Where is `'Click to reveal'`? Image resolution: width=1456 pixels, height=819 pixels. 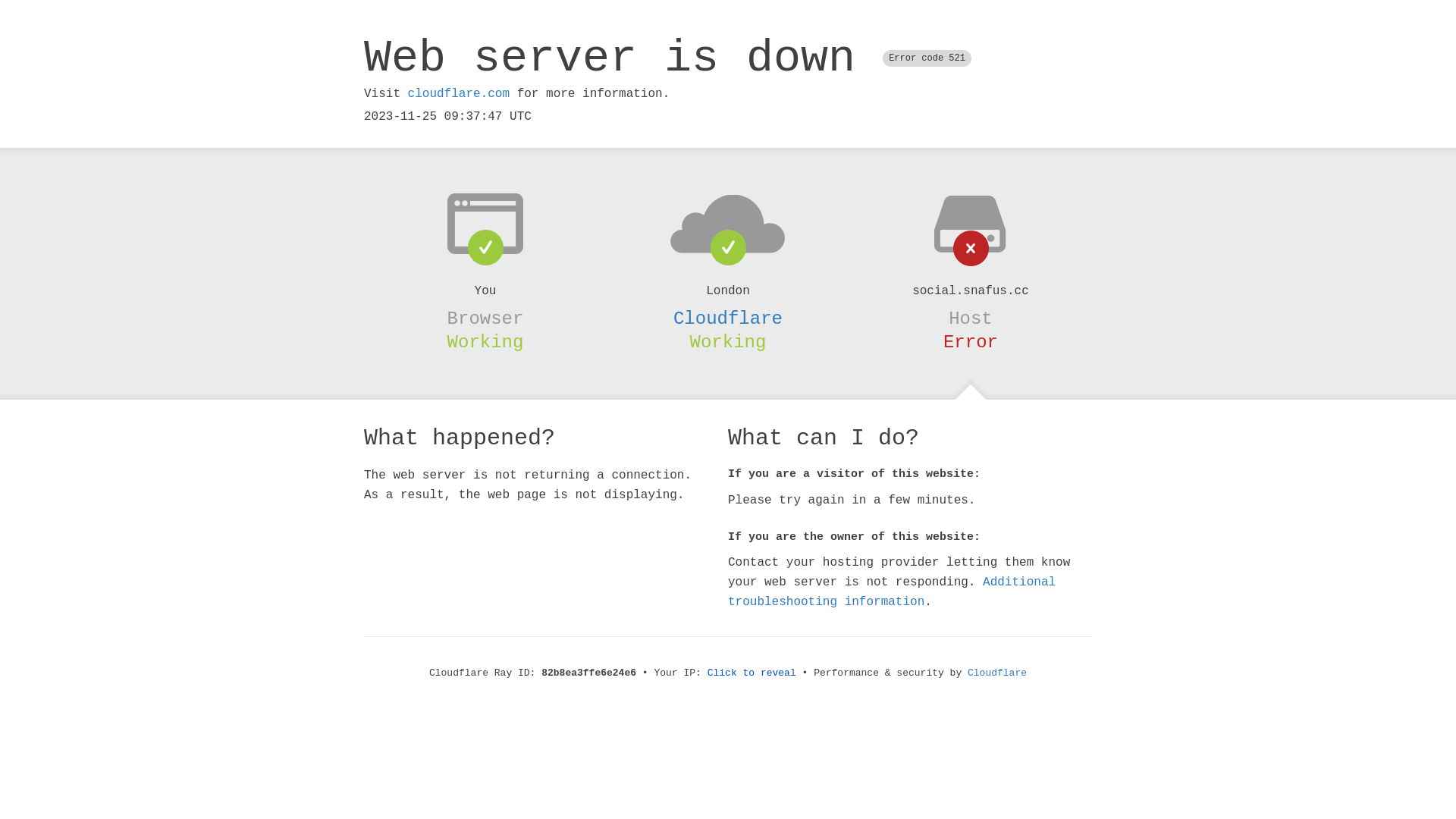 'Click to reveal' is located at coordinates (752, 672).